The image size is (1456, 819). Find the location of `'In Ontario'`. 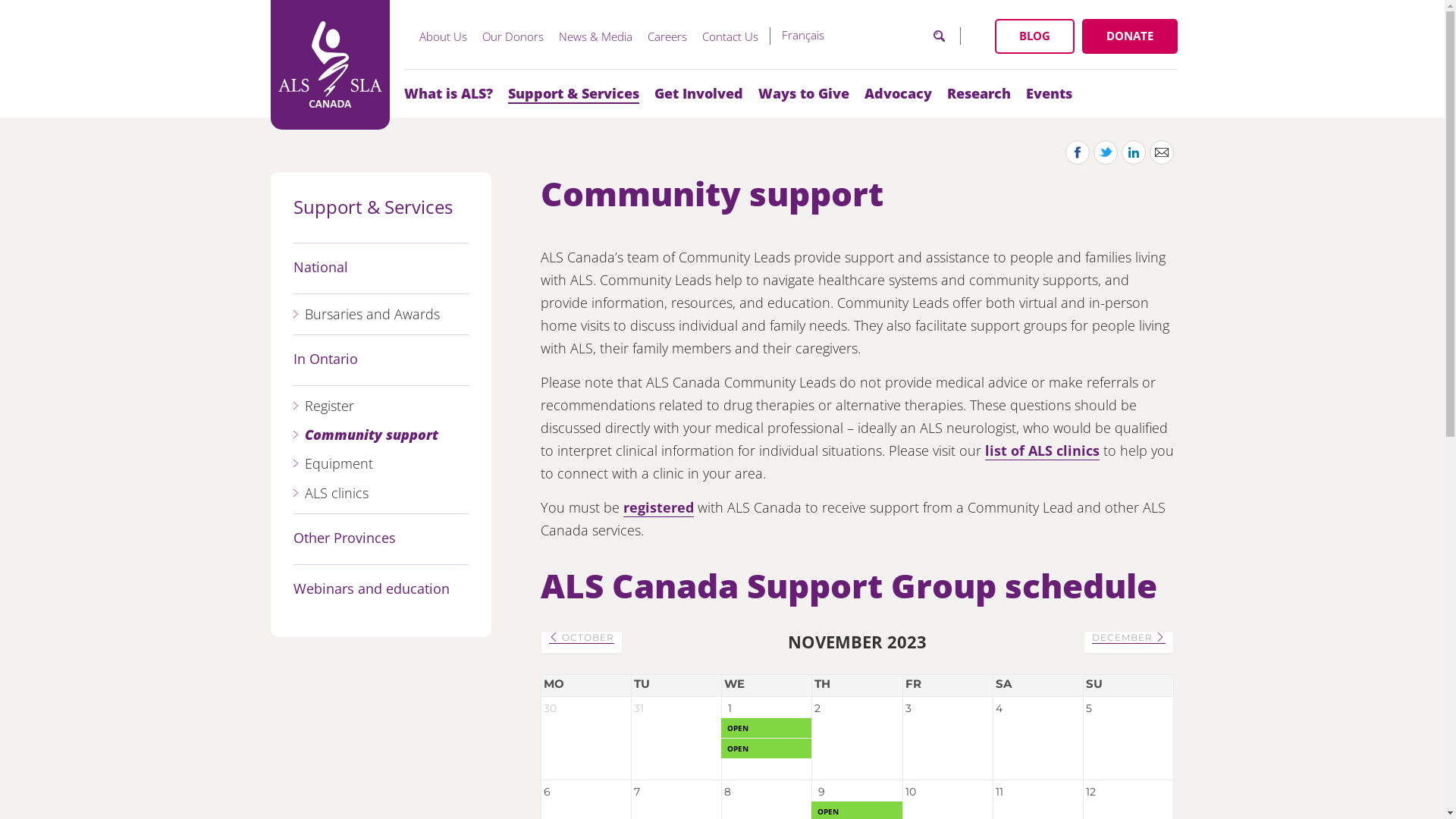

'In Ontario' is located at coordinates (325, 359).